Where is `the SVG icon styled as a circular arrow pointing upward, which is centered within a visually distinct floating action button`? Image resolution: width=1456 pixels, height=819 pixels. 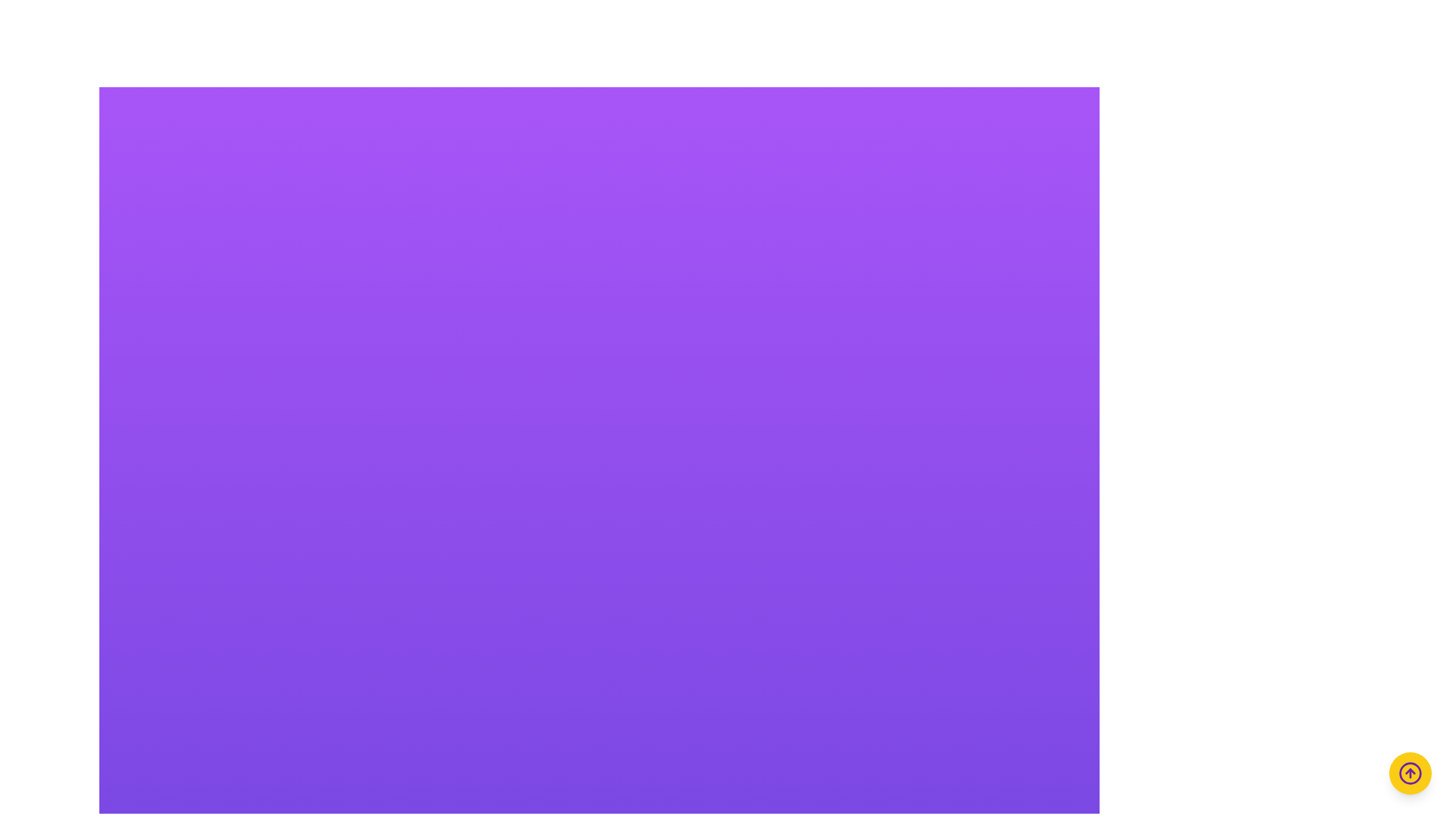 the SVG icon styled as a circular arrow pointing upward, which is centered within a visually distinct floating action button is located at coordinates (1410, 773).